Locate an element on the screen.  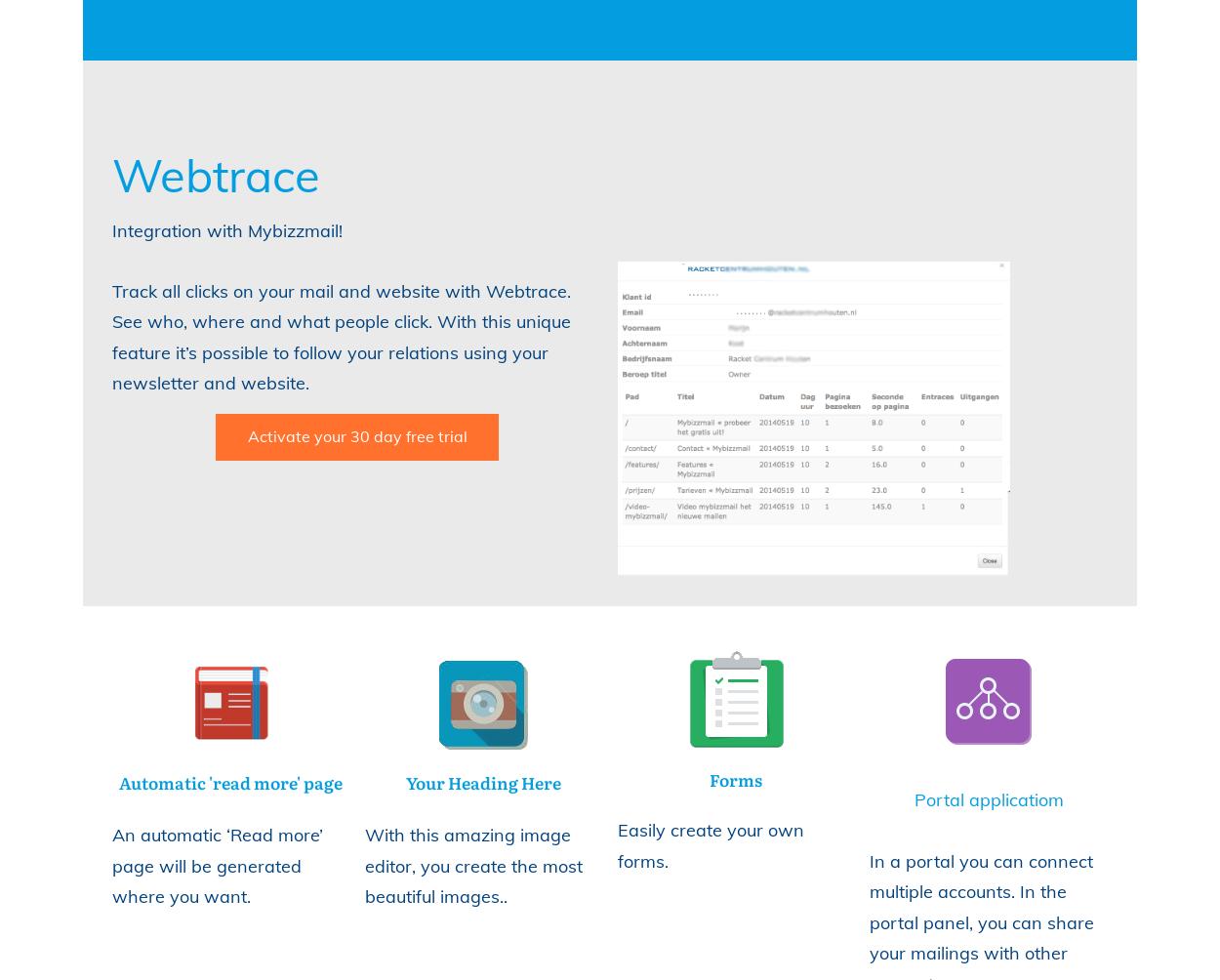
'Easily create your own forms.' is located at coordinates (709, 844).